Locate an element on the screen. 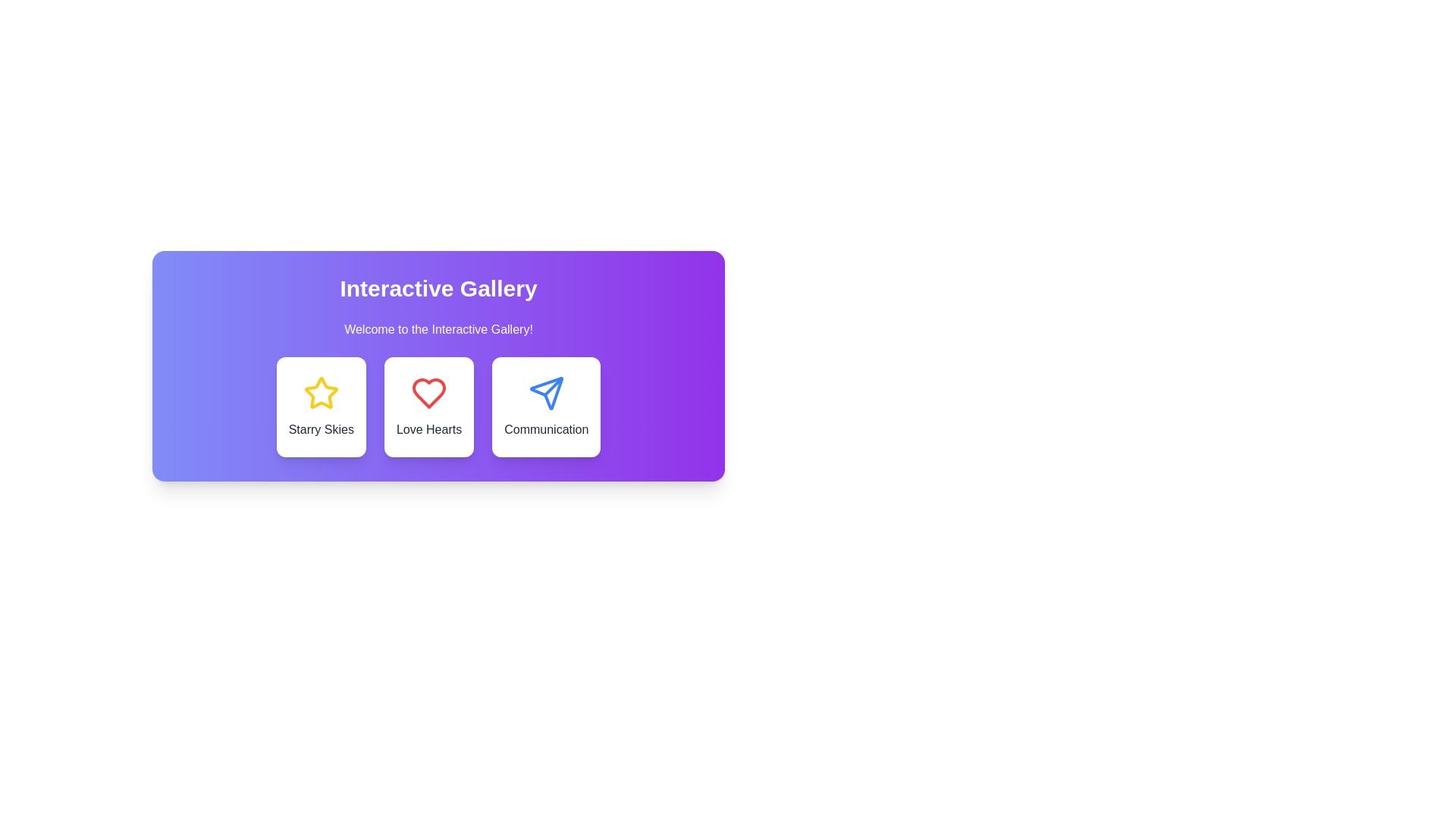 Image resolution: width=1456 pixels, height=819 pixels. the text label located in the second card of the Interactive Gallery section, which is positioned directly beneath a heart icon is located at coordinates (428, 430).